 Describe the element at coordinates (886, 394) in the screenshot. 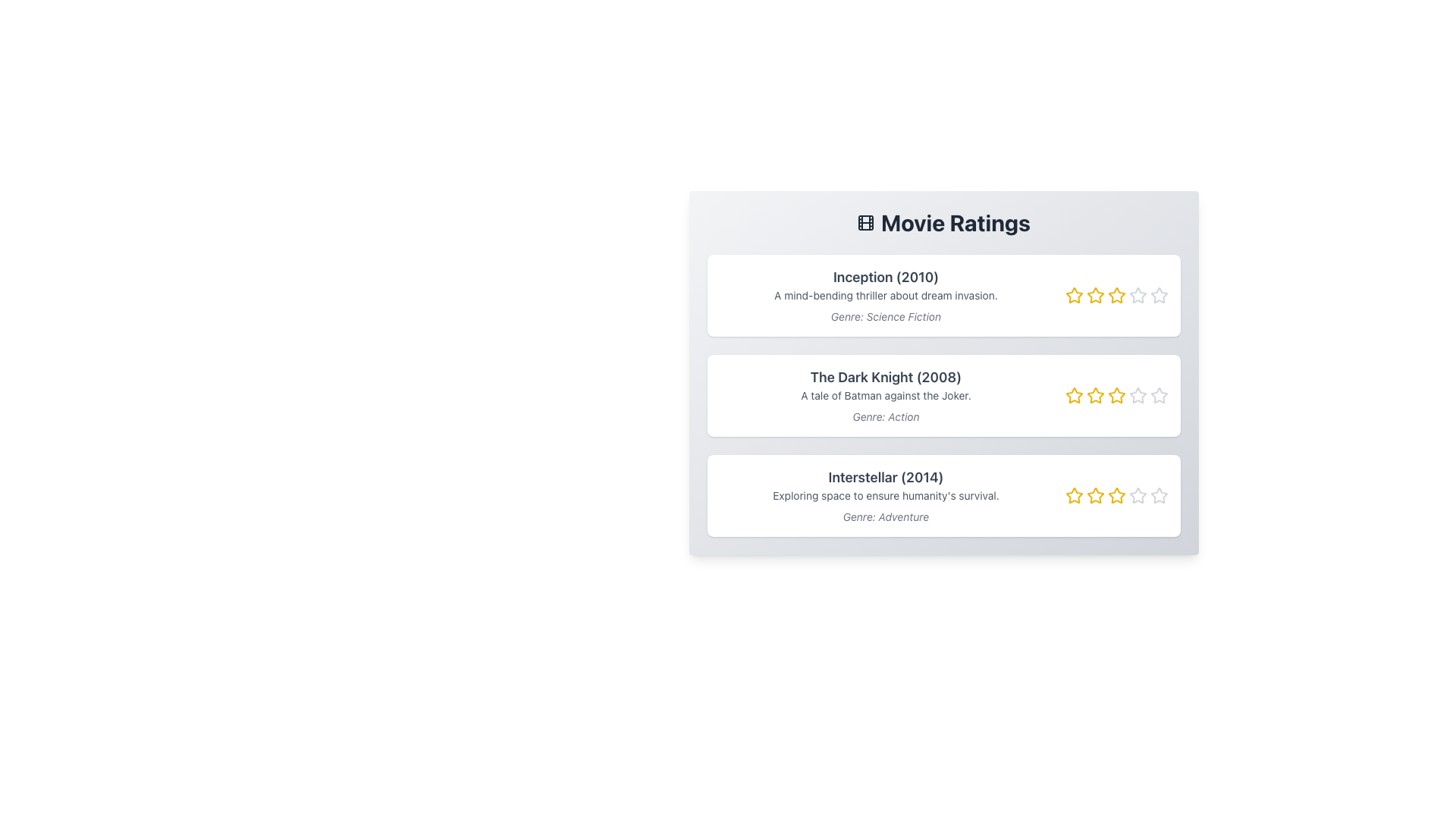

I see `information displayed in the content block for the movie 'The Dark Knight (2008)', which includes its title, description, and genre, located in the middle of a vertically stacked list of movie cards` at that location.